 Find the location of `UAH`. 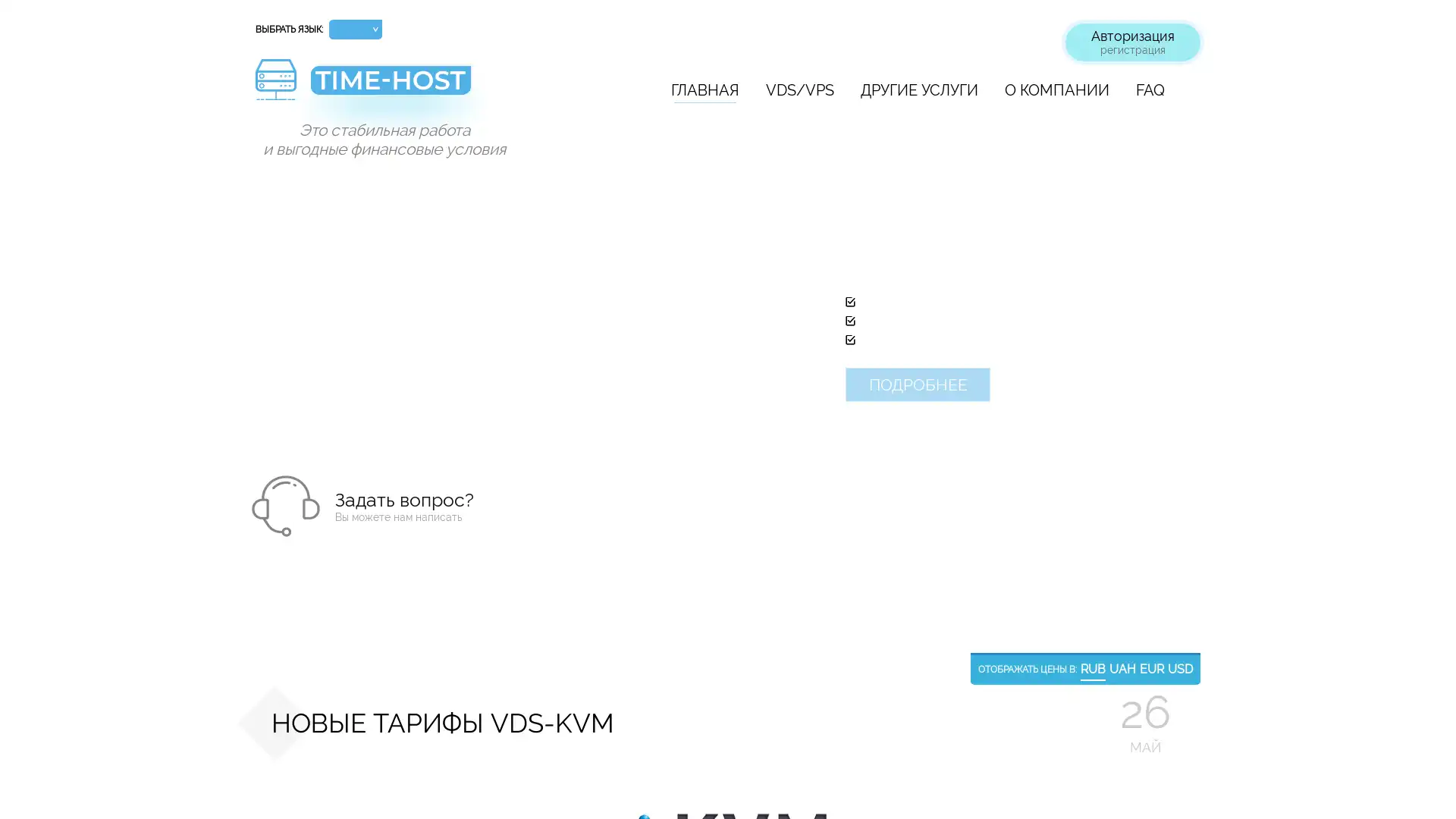

UAH is located at coordinates (1122, 669).